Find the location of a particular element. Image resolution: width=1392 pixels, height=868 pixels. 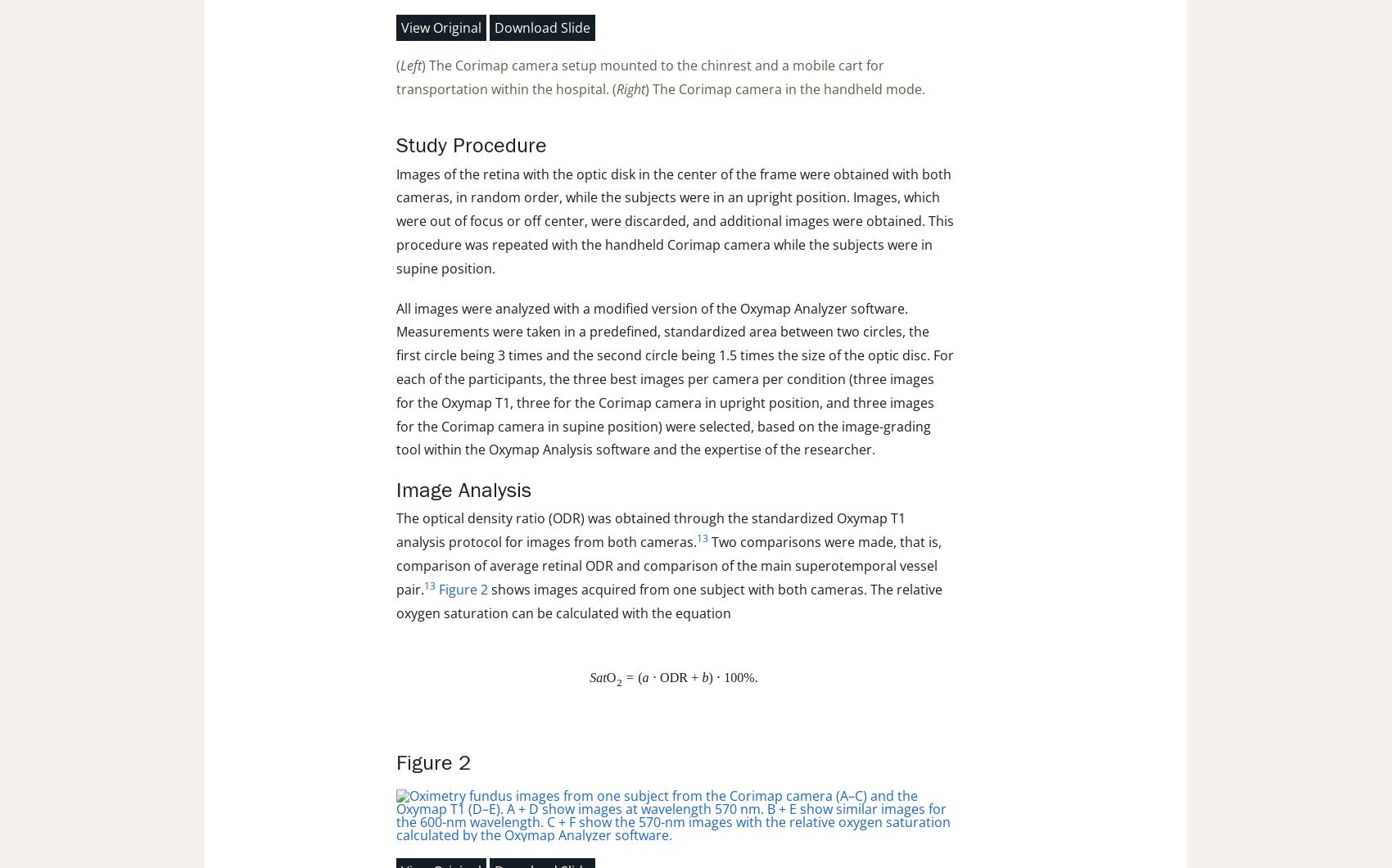

'S' is located at coordinates (589, 677).